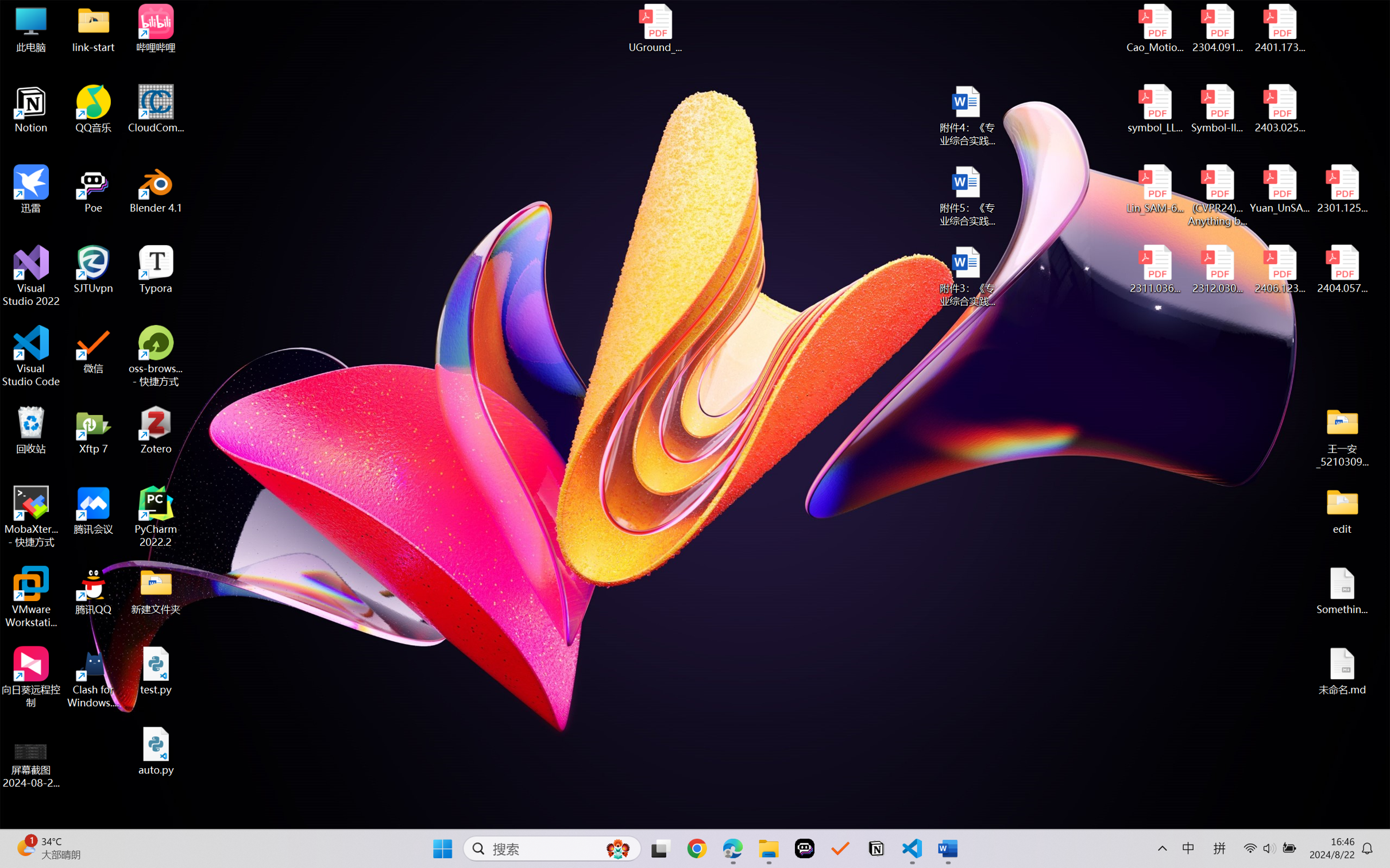  I want to click on '2312.03032v2.pdf', so click(1217, 269).